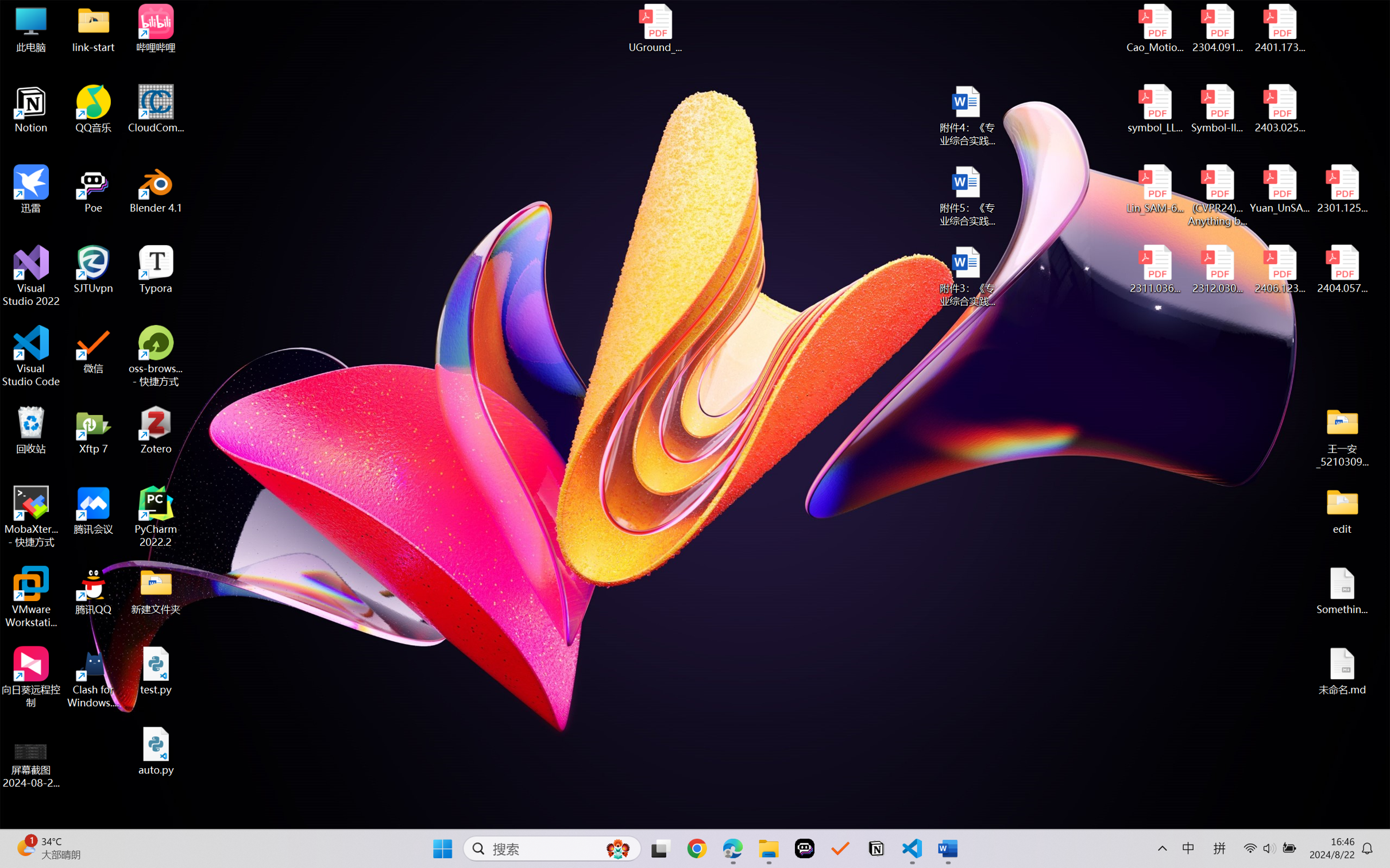  I want to click on '2312.03032v2.pdf', so click(1217, 269).